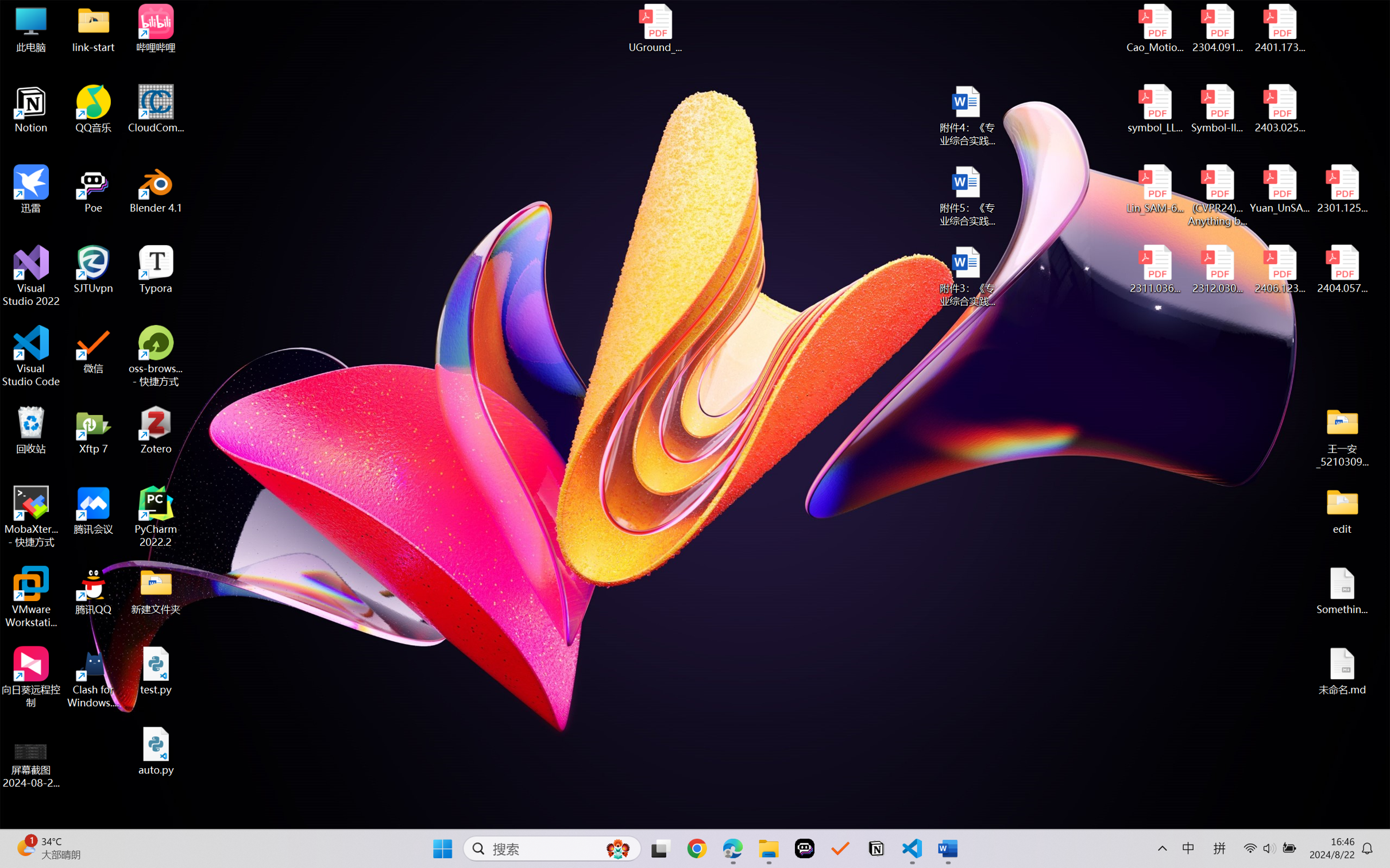  I want to click on '2312.03032v2.pdf', so click(1217, 269).